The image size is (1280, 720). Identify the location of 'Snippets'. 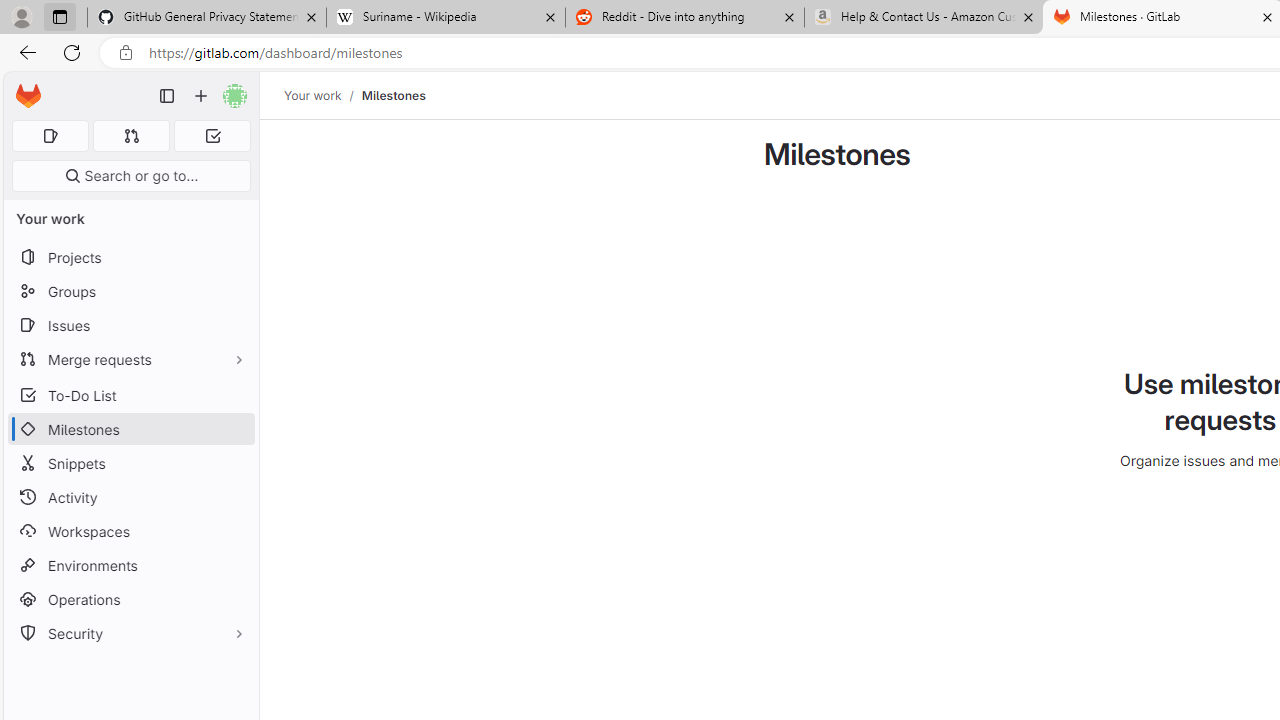
(130, 463).